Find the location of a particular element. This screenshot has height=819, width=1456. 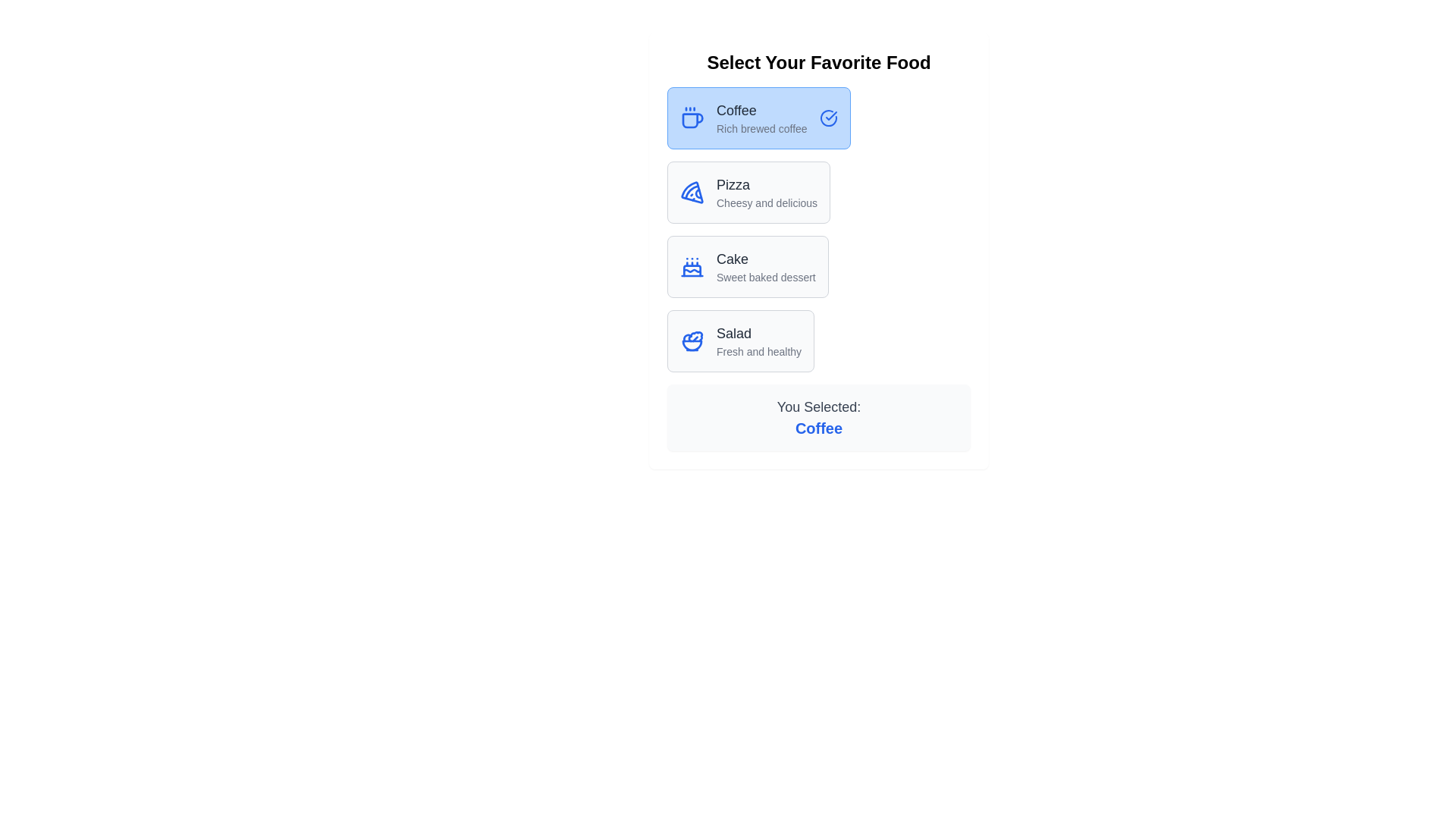

the blue coffee cup icon representing 'Coffee - Rich brewed coffee' is located at coordinates (691, 117).